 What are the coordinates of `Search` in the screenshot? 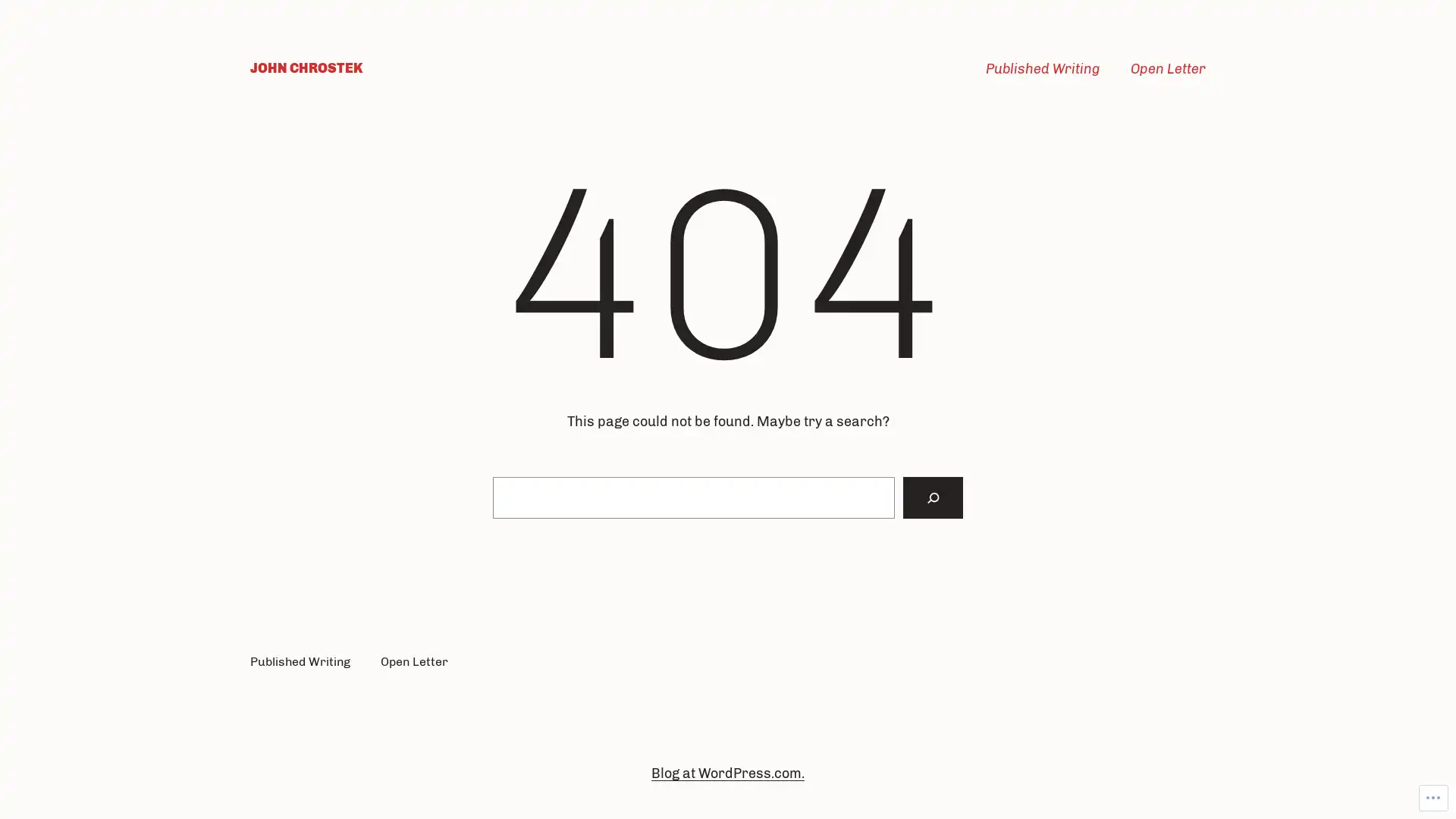 It's located at (932, 497).